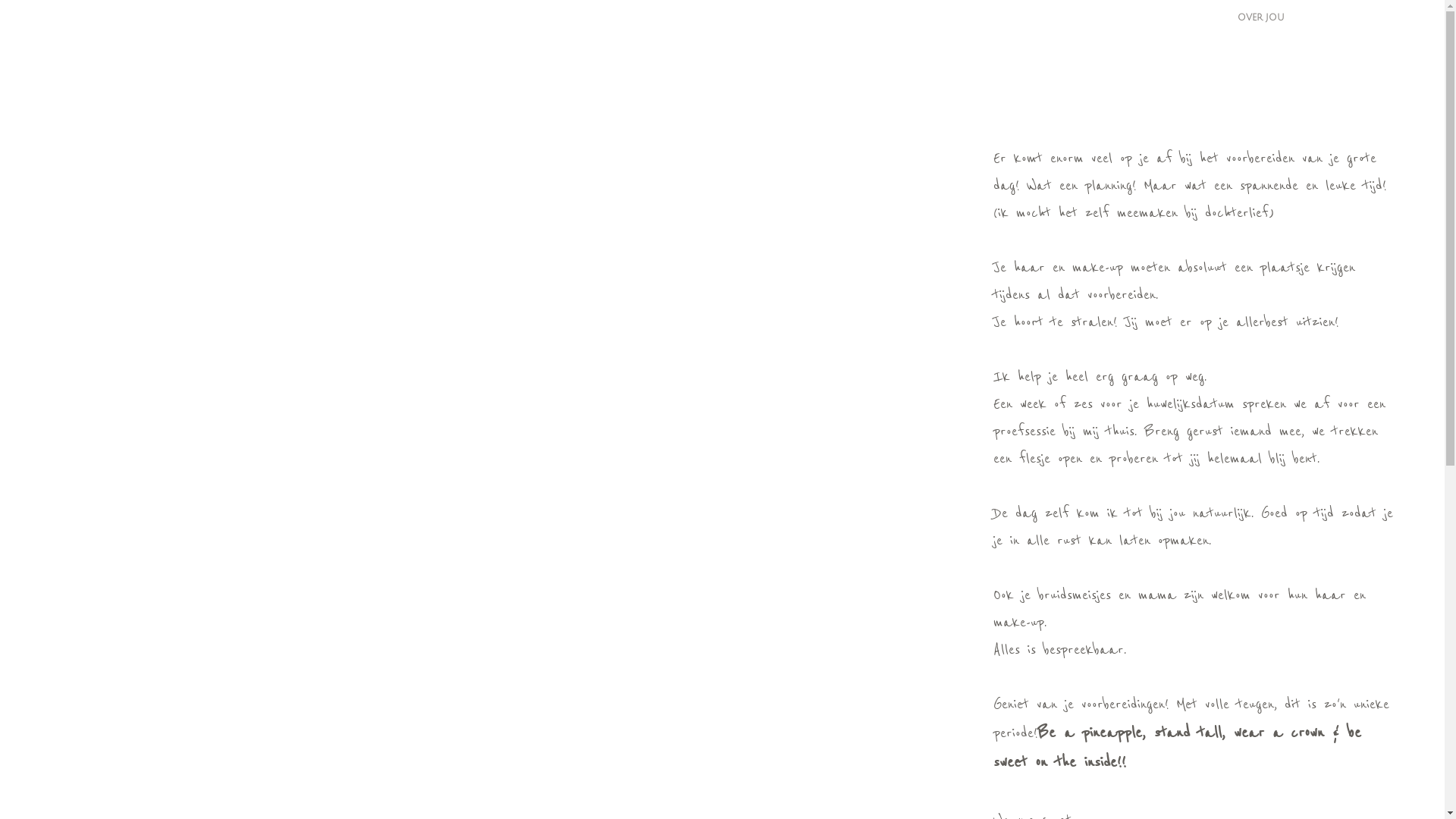 The height and width of the screenshot is (819, 1456). What do you see at coordinates (1306, 17) in the screenshot?
I see `'STELLA BLOOM.'` at bounding box center [1306, 17].